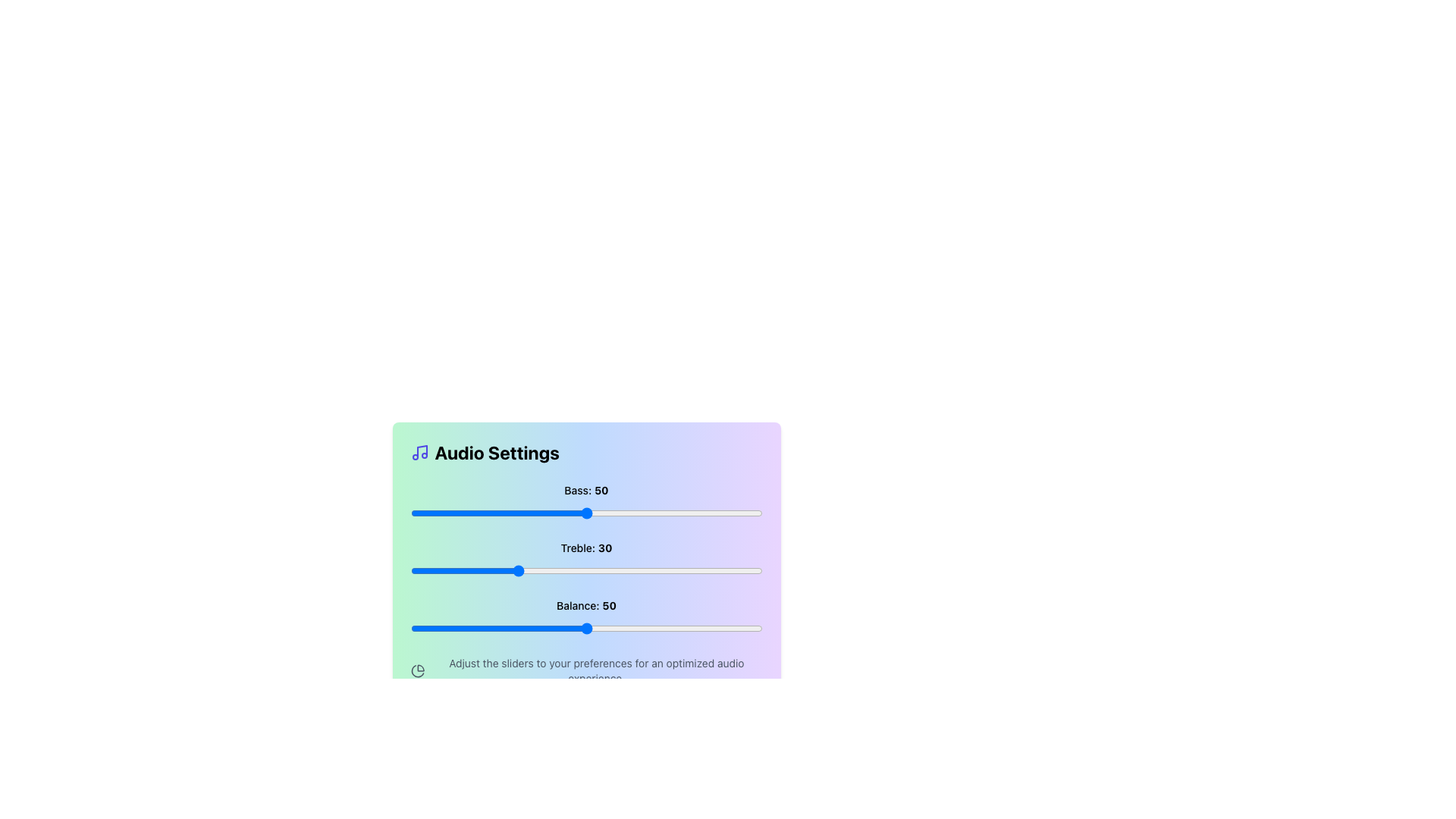 This screenshot has height=819, width=1456. What do you see at coordinates (752, 513) in the screenshot?
I see `the bass` at bounding box center [752, 513].